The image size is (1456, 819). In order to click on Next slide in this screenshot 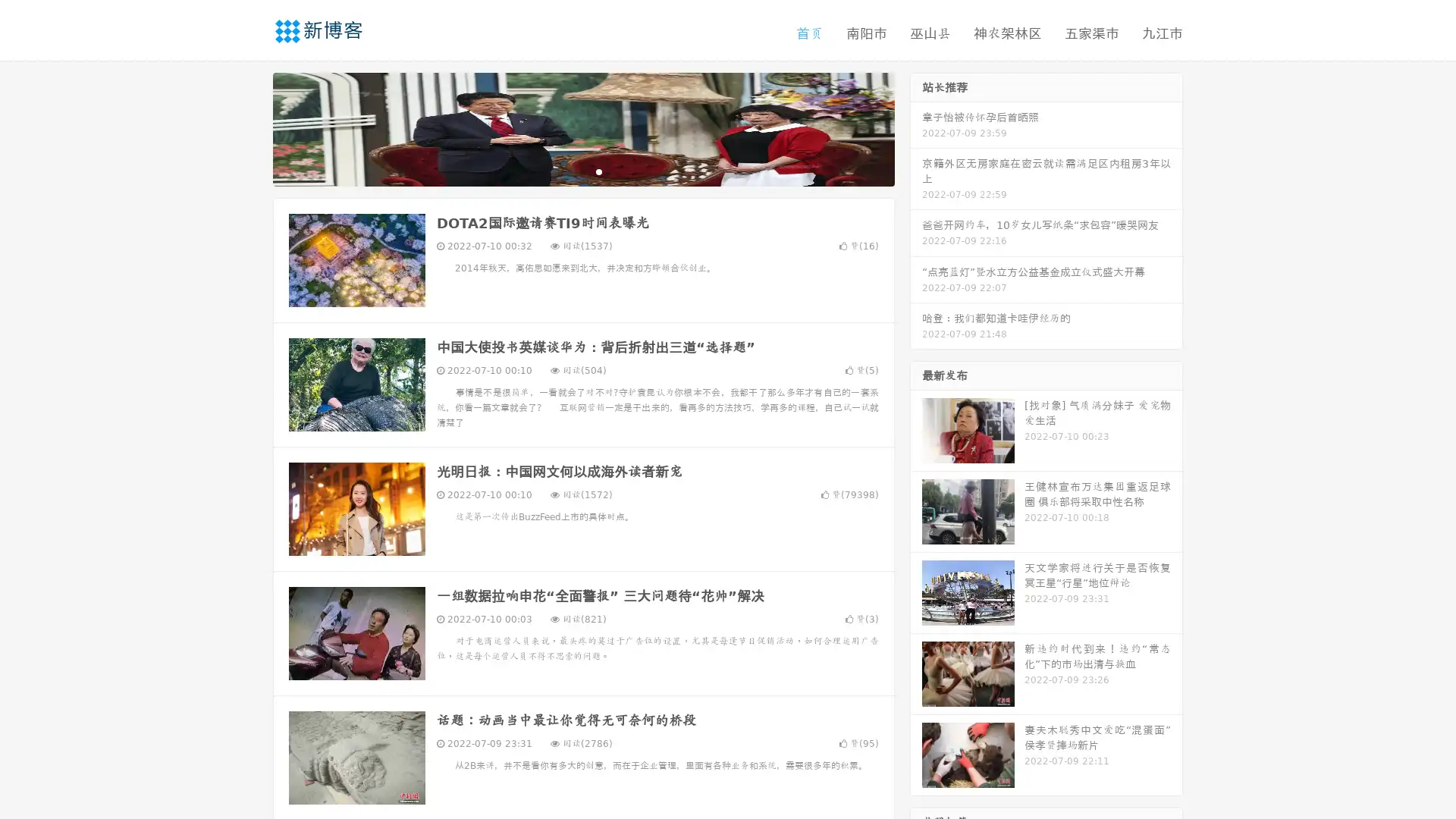, I will do `click(916, 127)`.